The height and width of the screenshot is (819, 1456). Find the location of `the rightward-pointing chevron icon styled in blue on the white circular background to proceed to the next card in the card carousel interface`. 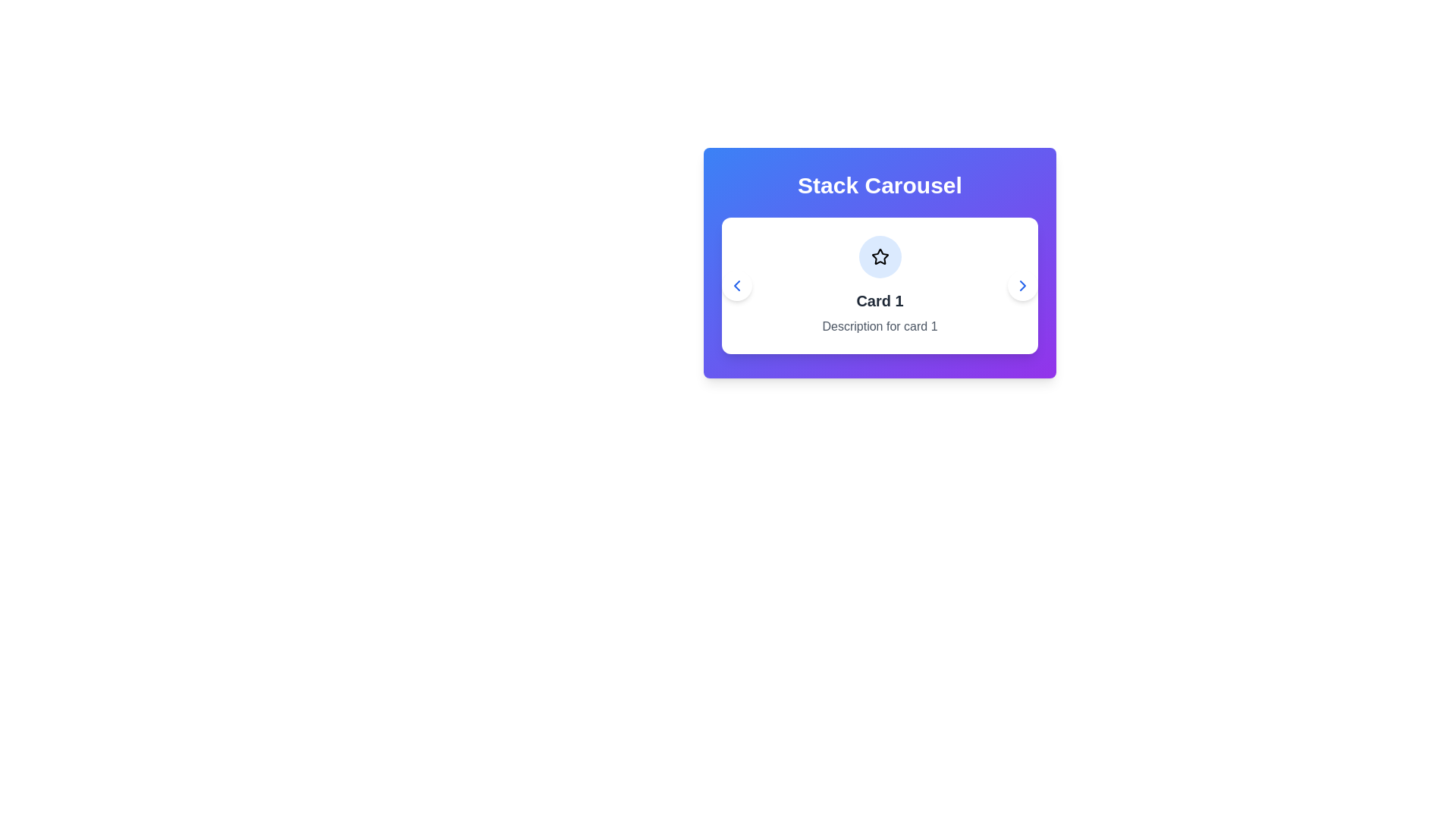

the rightward-pointing chevron icon styled in blue on the white circular background to proceed to the next card in the card carousel interface is located at coordinates (1022, 286).